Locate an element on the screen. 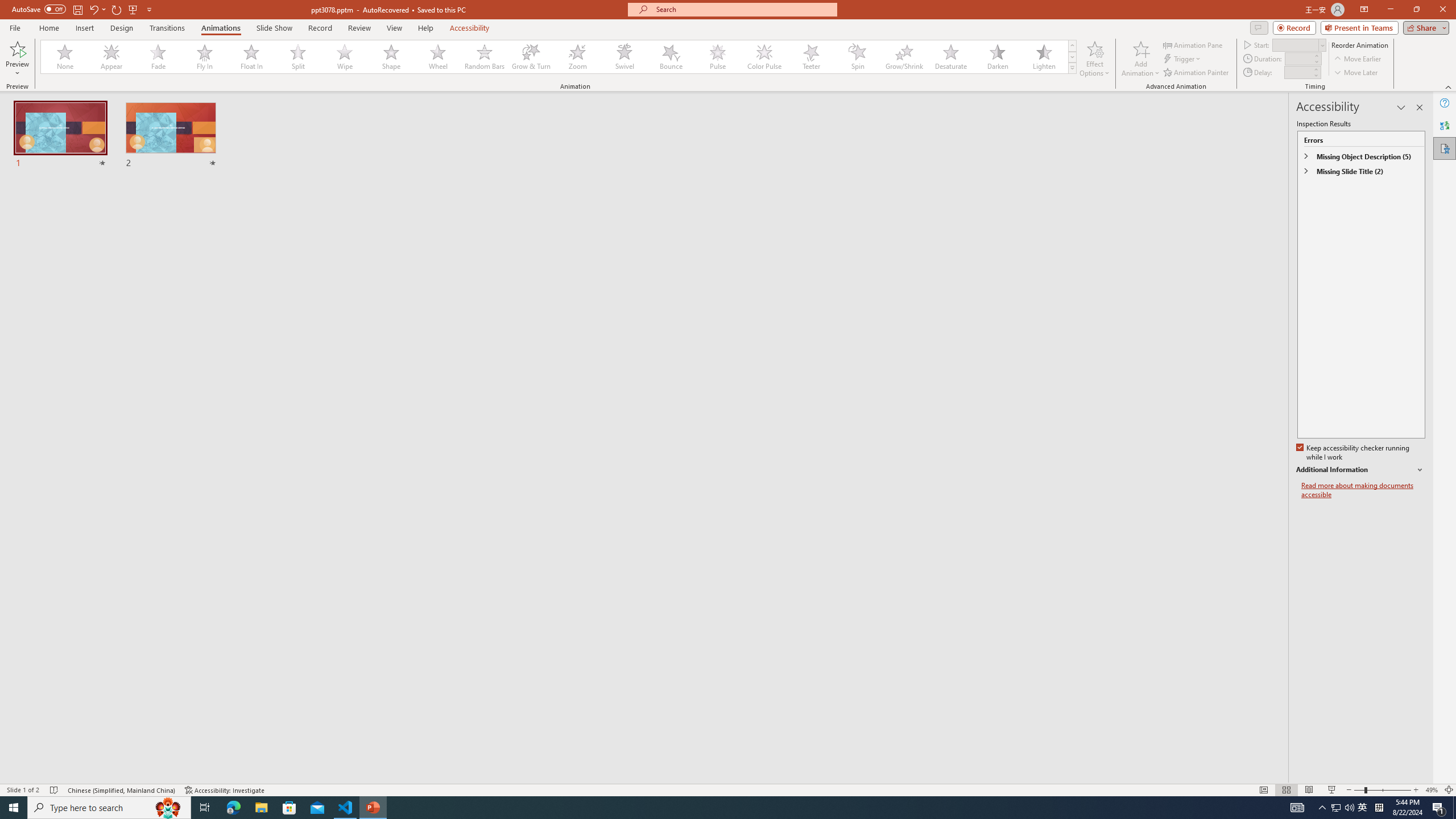  'Fly In' is located at coordinates (204, 56).